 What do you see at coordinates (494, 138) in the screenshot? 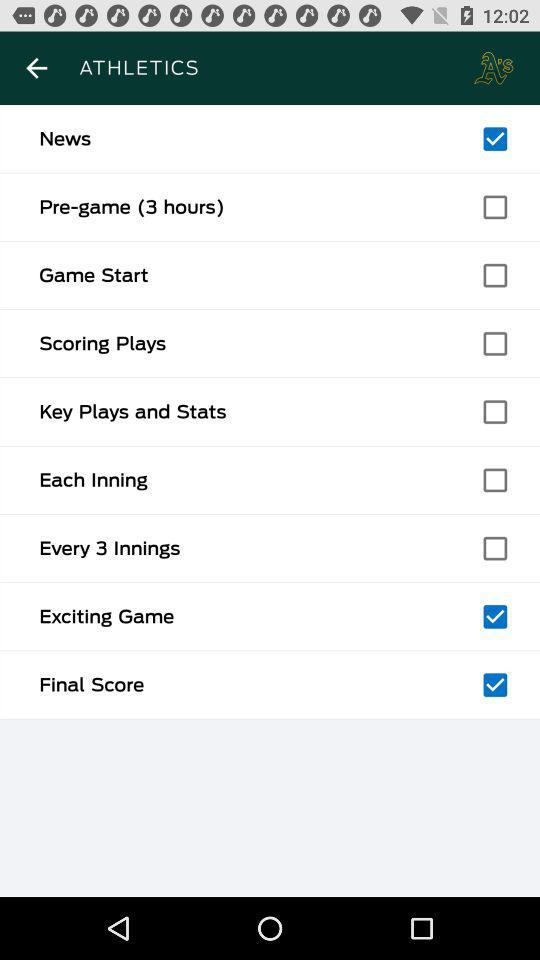
I see `news check box` at bounding box center [494, 138].